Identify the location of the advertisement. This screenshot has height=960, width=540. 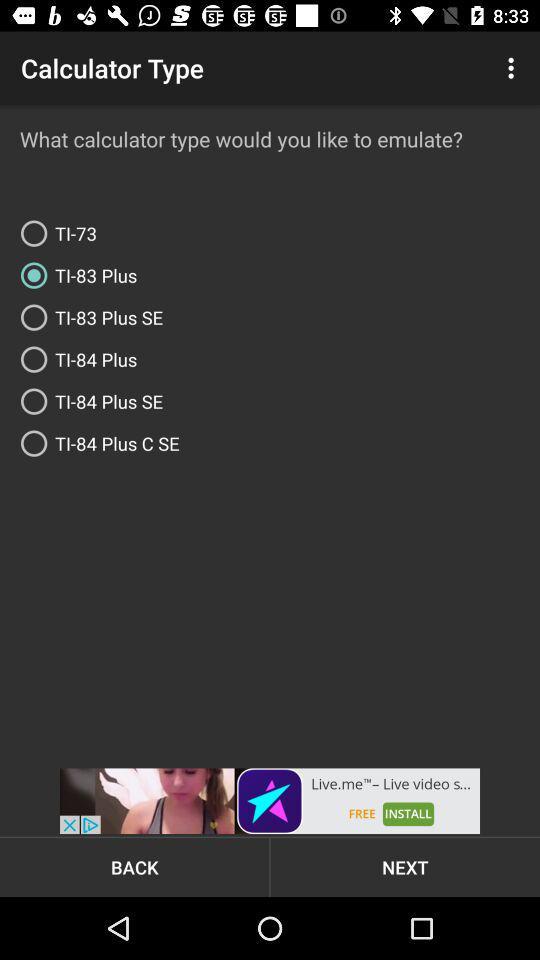
(270, 801).